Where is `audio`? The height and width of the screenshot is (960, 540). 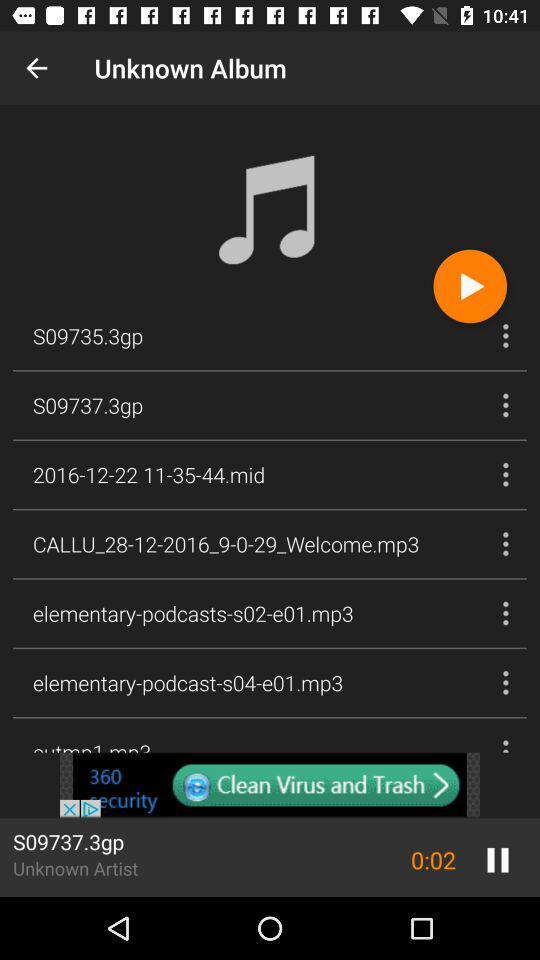
audio is located at coordinates (470, 285).